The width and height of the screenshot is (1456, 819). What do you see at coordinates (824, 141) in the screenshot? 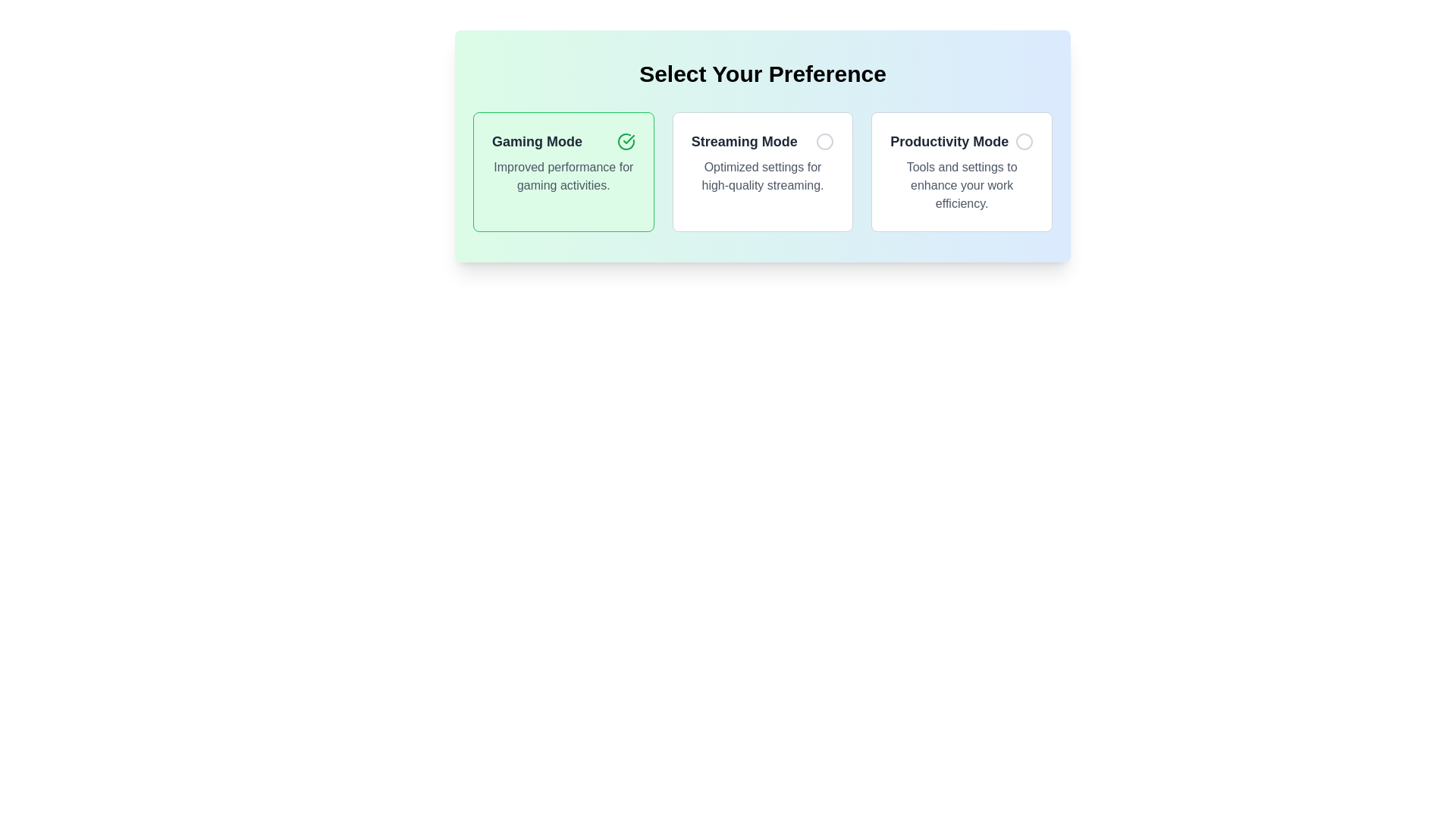
I see `the circular icon outlined with a light gray stroke located next to the 'Streaming Mode' text` at bounding box center [824, 141].